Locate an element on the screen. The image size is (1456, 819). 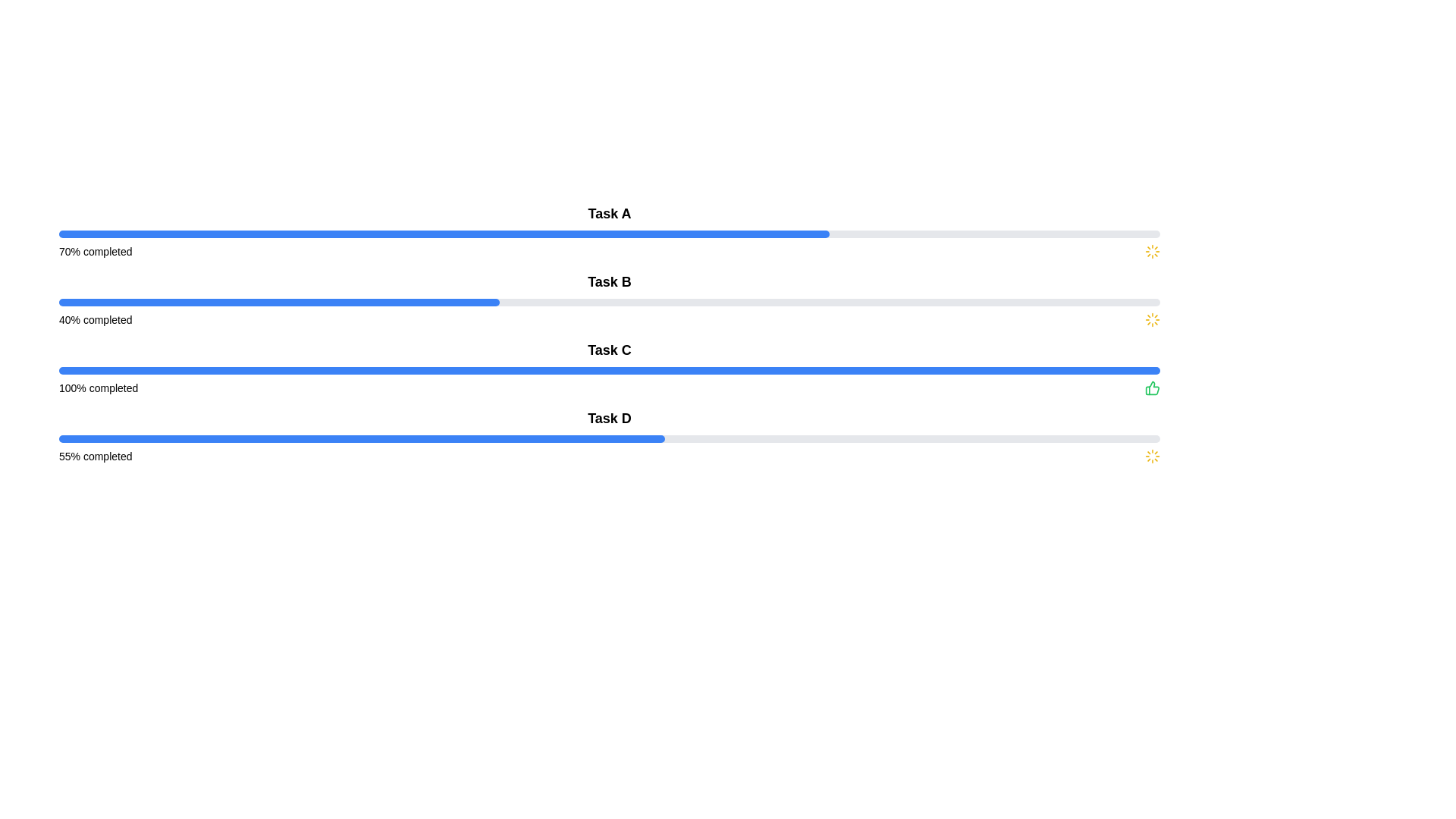
the blue progress bar that represents the progress of 'Task A', which is located near the top of the interface and has rounded edges is located at coordinates (444, 234).